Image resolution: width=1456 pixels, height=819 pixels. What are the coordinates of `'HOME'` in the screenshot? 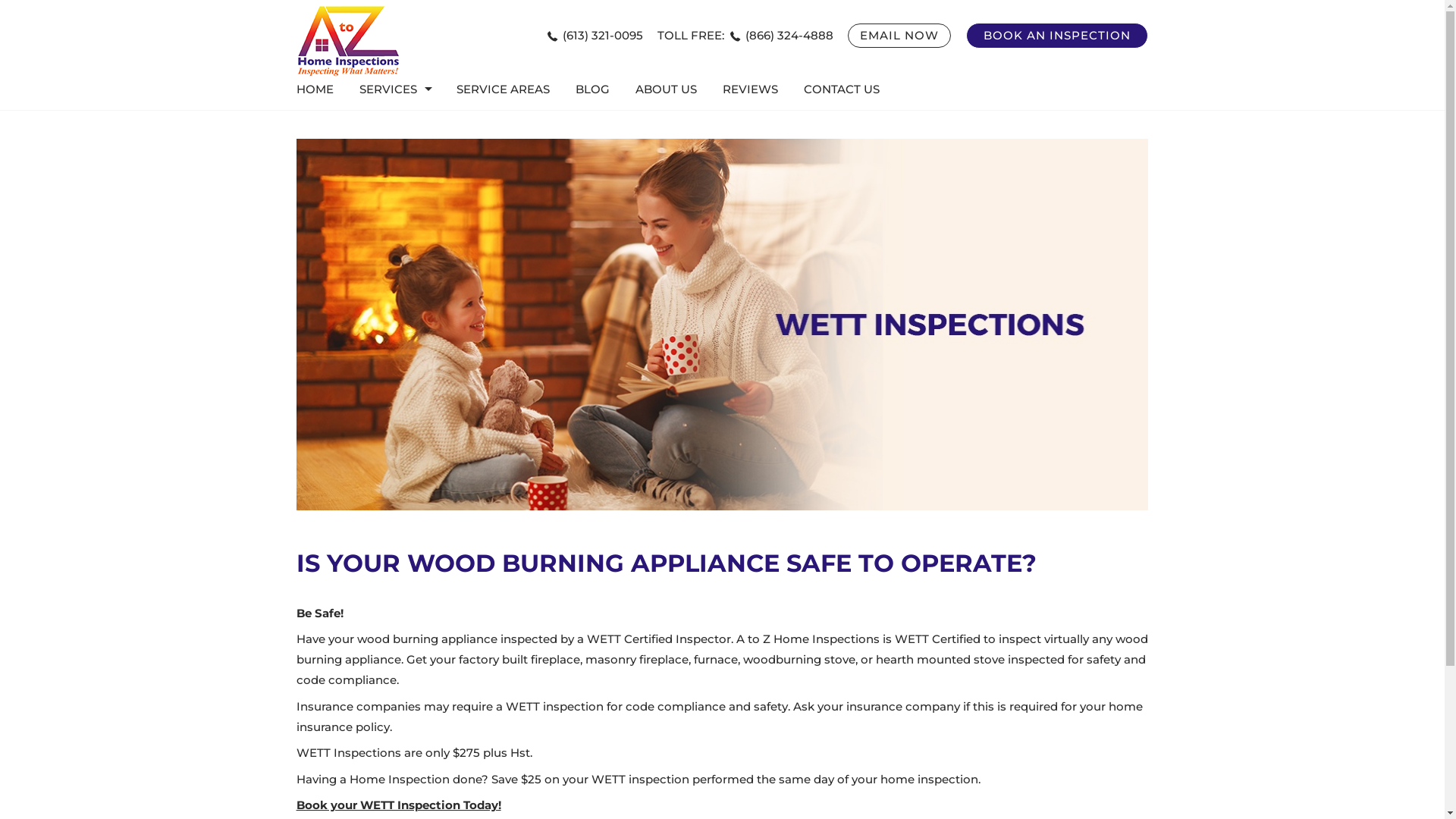 It's located at (320, 89).